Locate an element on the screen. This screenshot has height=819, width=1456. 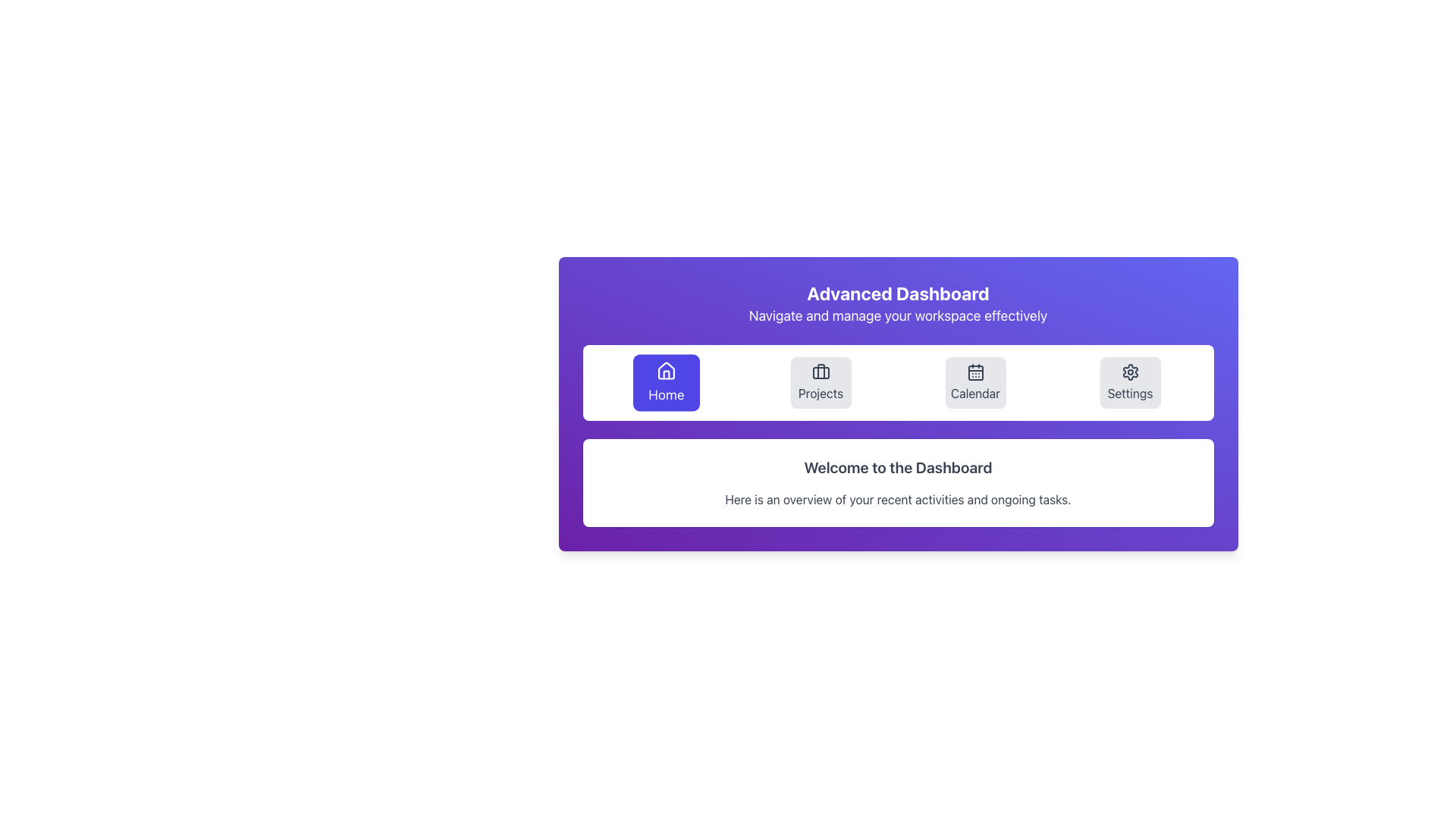
the briefcase-shaped icon located within the 'Projects' button in the horizontal toolbar under the 'Advanced Dashboard' heading is located at coordinates (820, 372).